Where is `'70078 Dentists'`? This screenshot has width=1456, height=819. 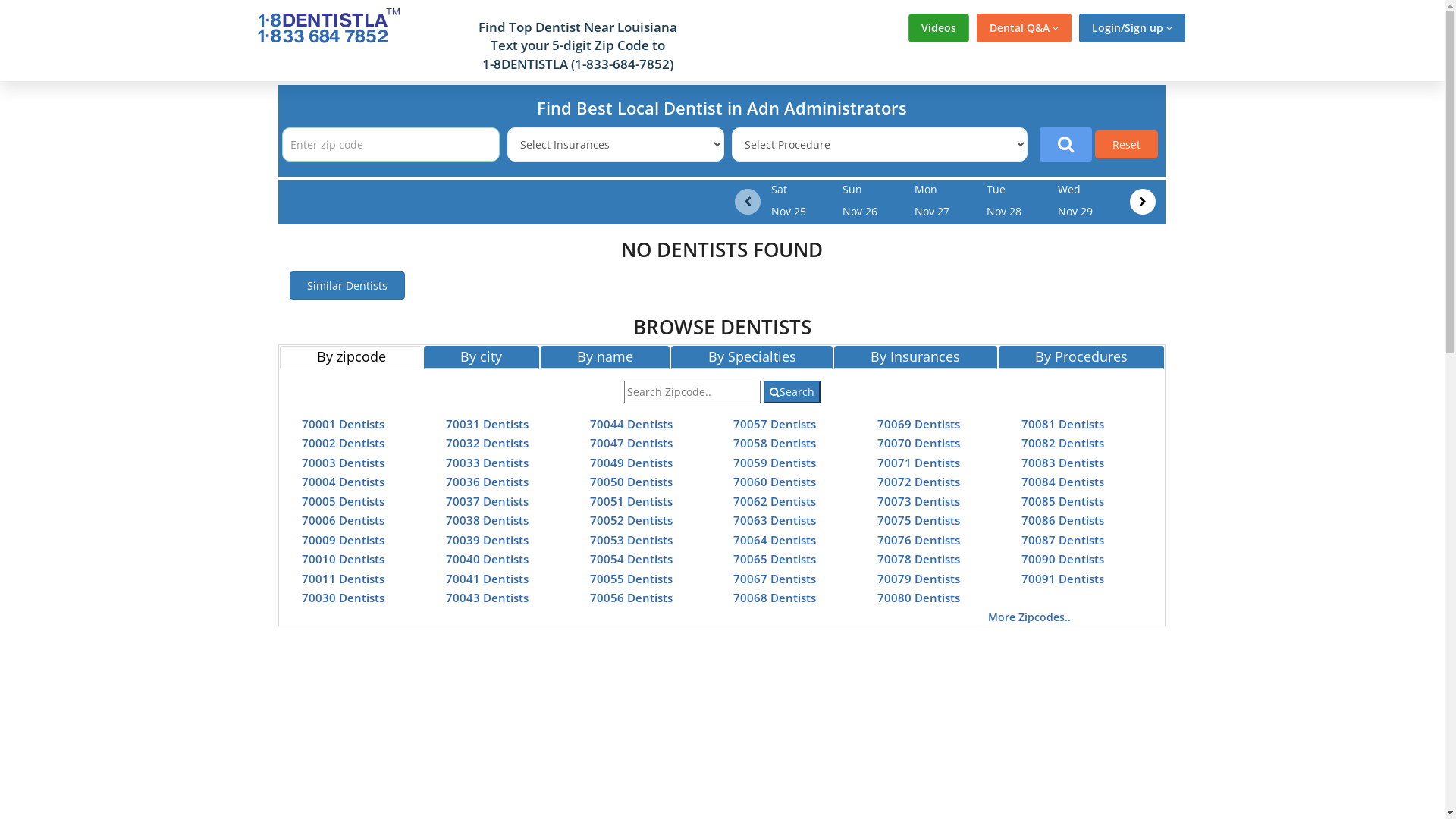
'70078 Dentists' is located at coordinates (918, 558).